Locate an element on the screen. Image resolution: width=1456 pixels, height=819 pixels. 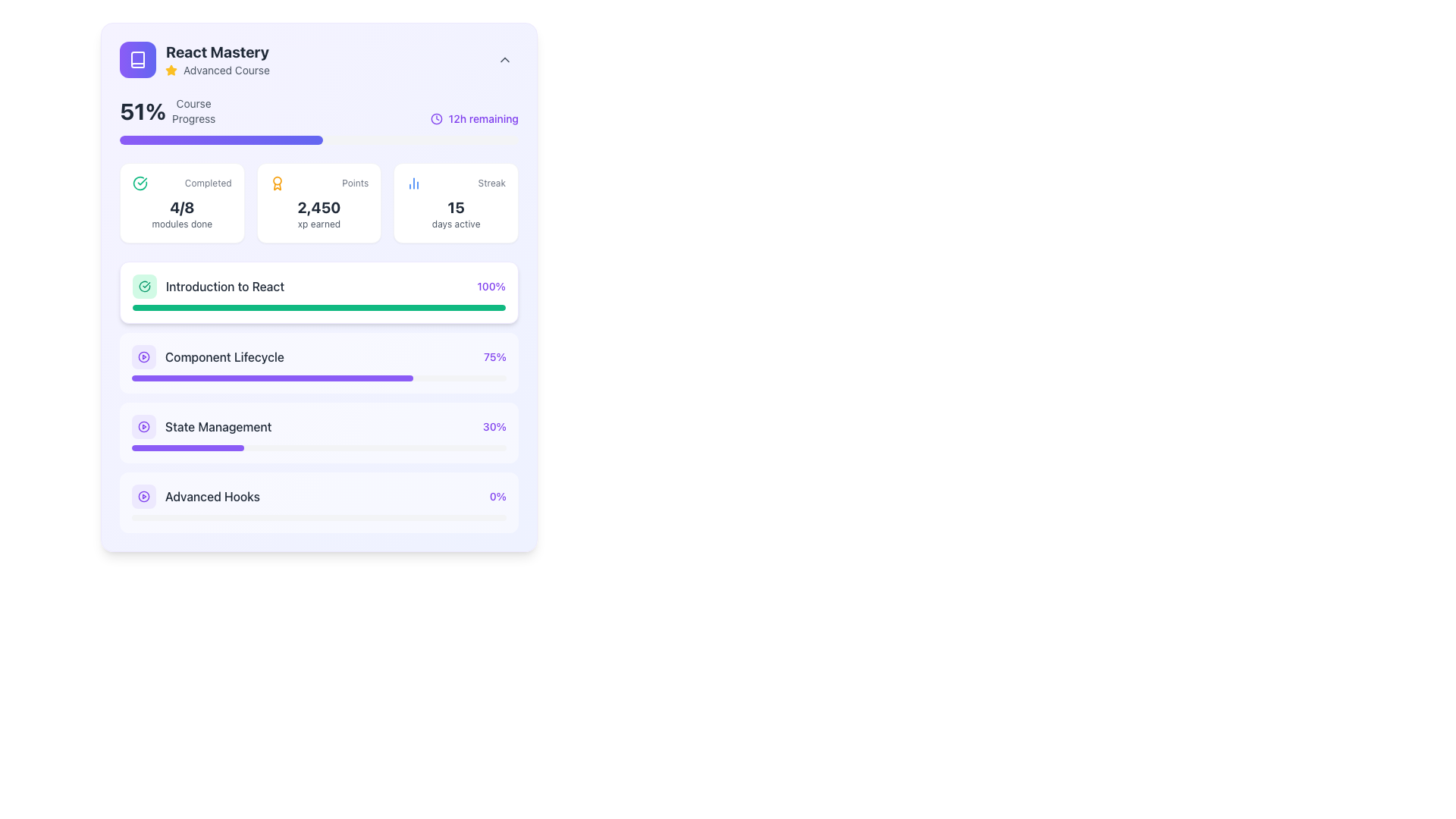
the text label "Introduction to React" which is styled in medium weight dark gray color and accompanied by a circular green checkmark icon, positioned as the first item in the vertical list of modules under the course titled "React Mastery" is located at coordinates (207, 287).